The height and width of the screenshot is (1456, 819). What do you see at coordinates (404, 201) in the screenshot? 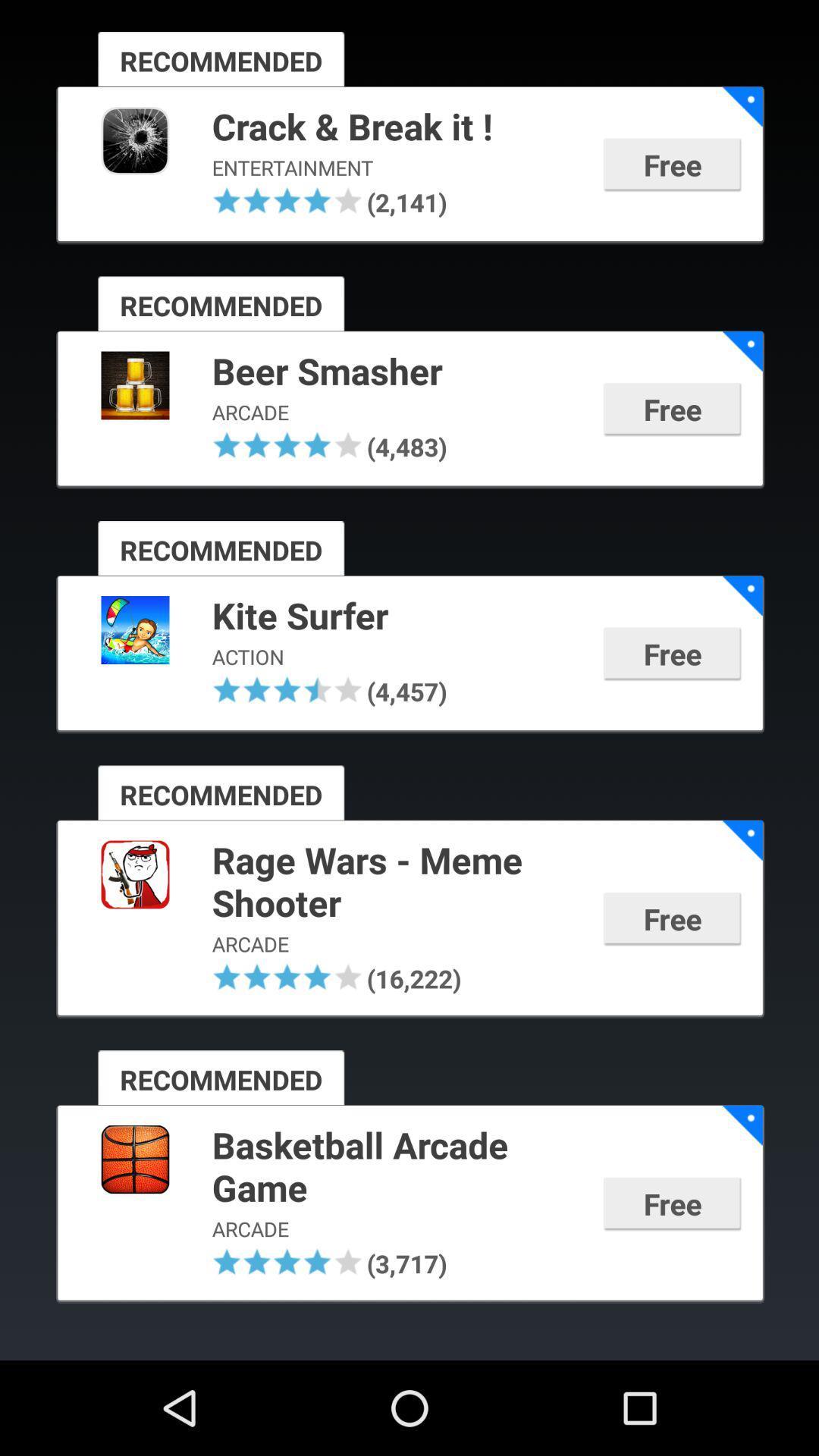
I see `the app below entertainment` at bounding box center [404, 201].